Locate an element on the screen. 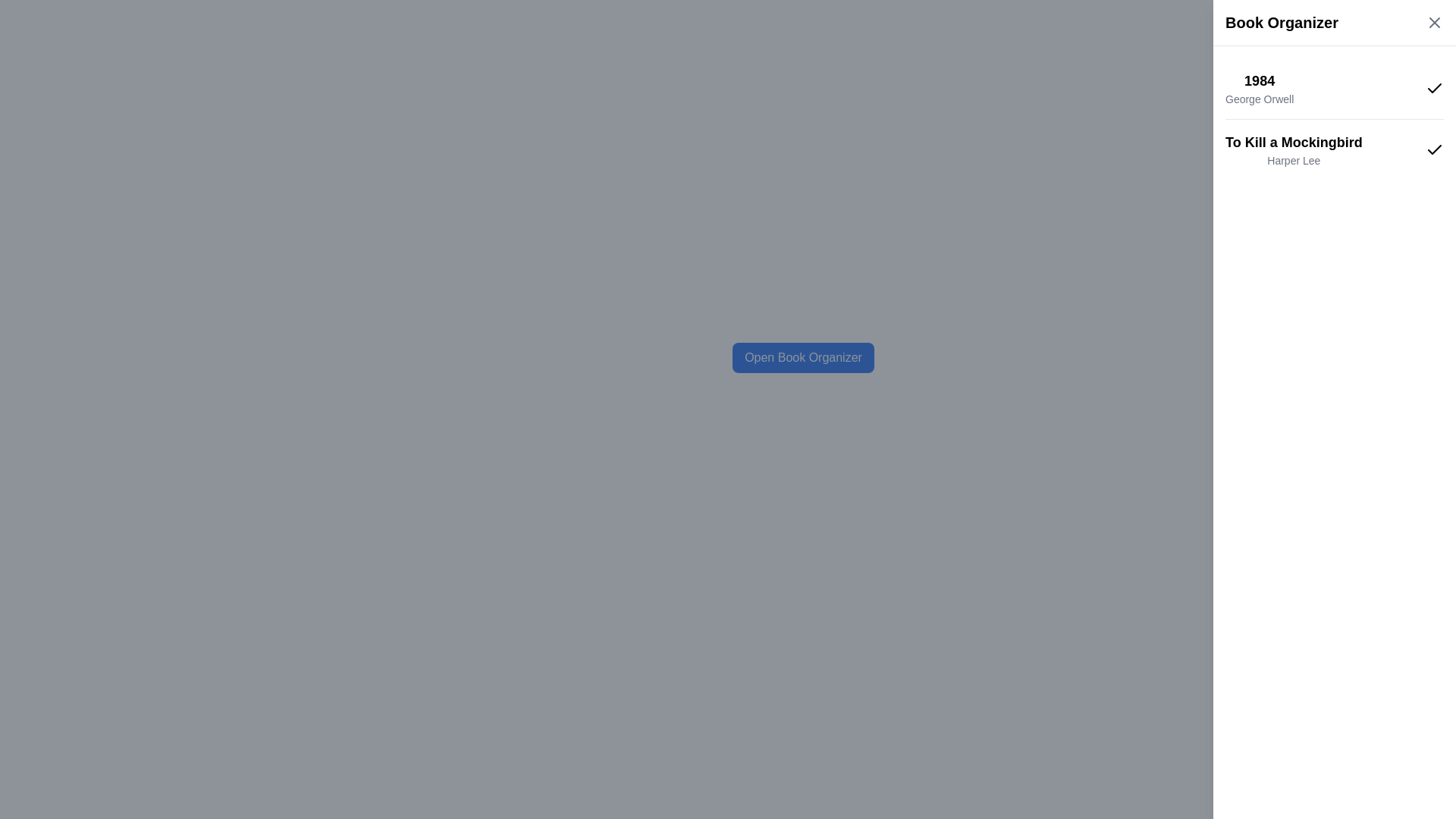  the non-interactive text label displaying the author's name for the book '1984' located under the title in the Book Organizer interface is located at coordinates (1260, 99).